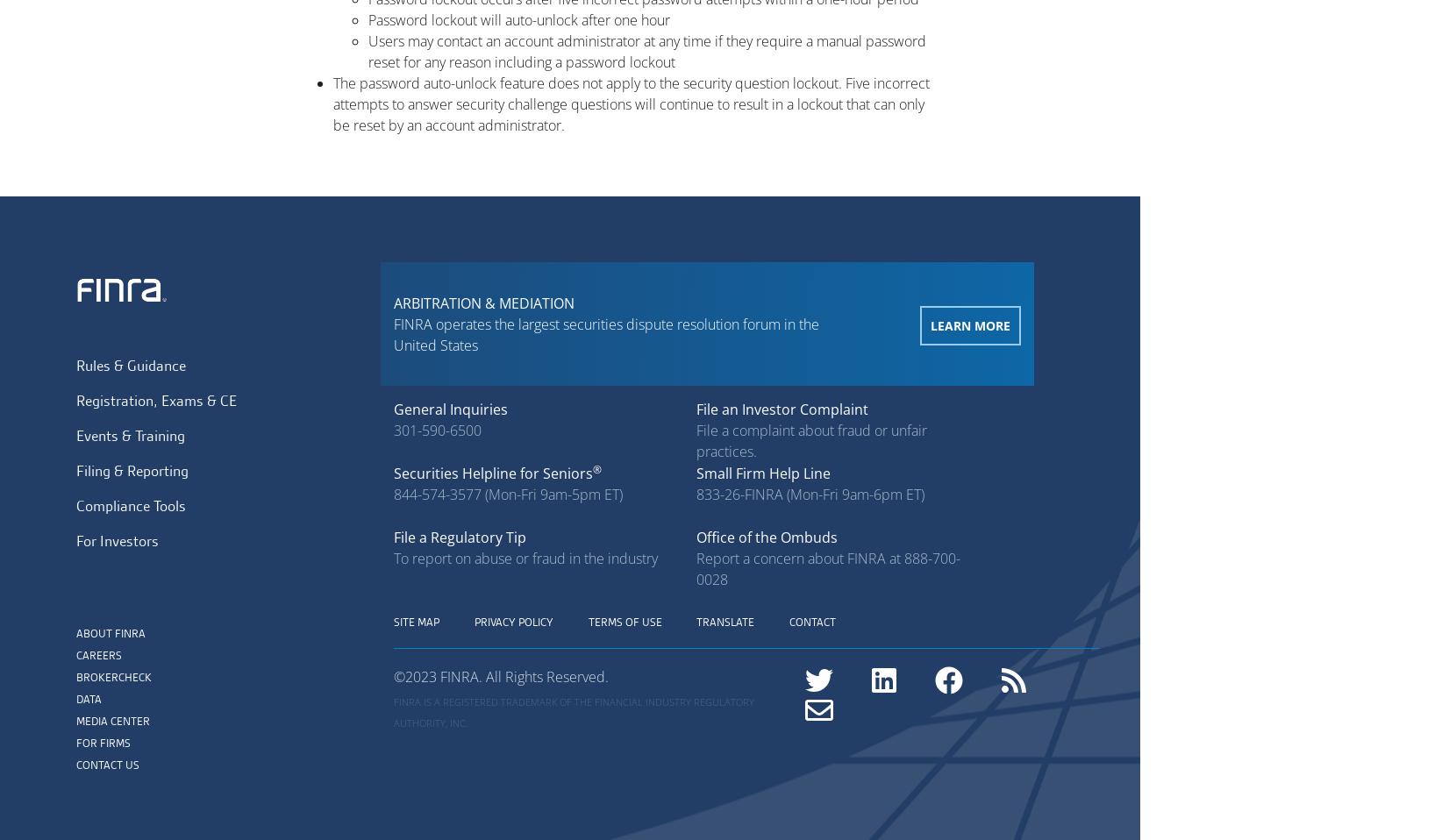 The height and width of the screenshot is (840, 1449). I want to click on 'Events & Training', so click(76, 433).